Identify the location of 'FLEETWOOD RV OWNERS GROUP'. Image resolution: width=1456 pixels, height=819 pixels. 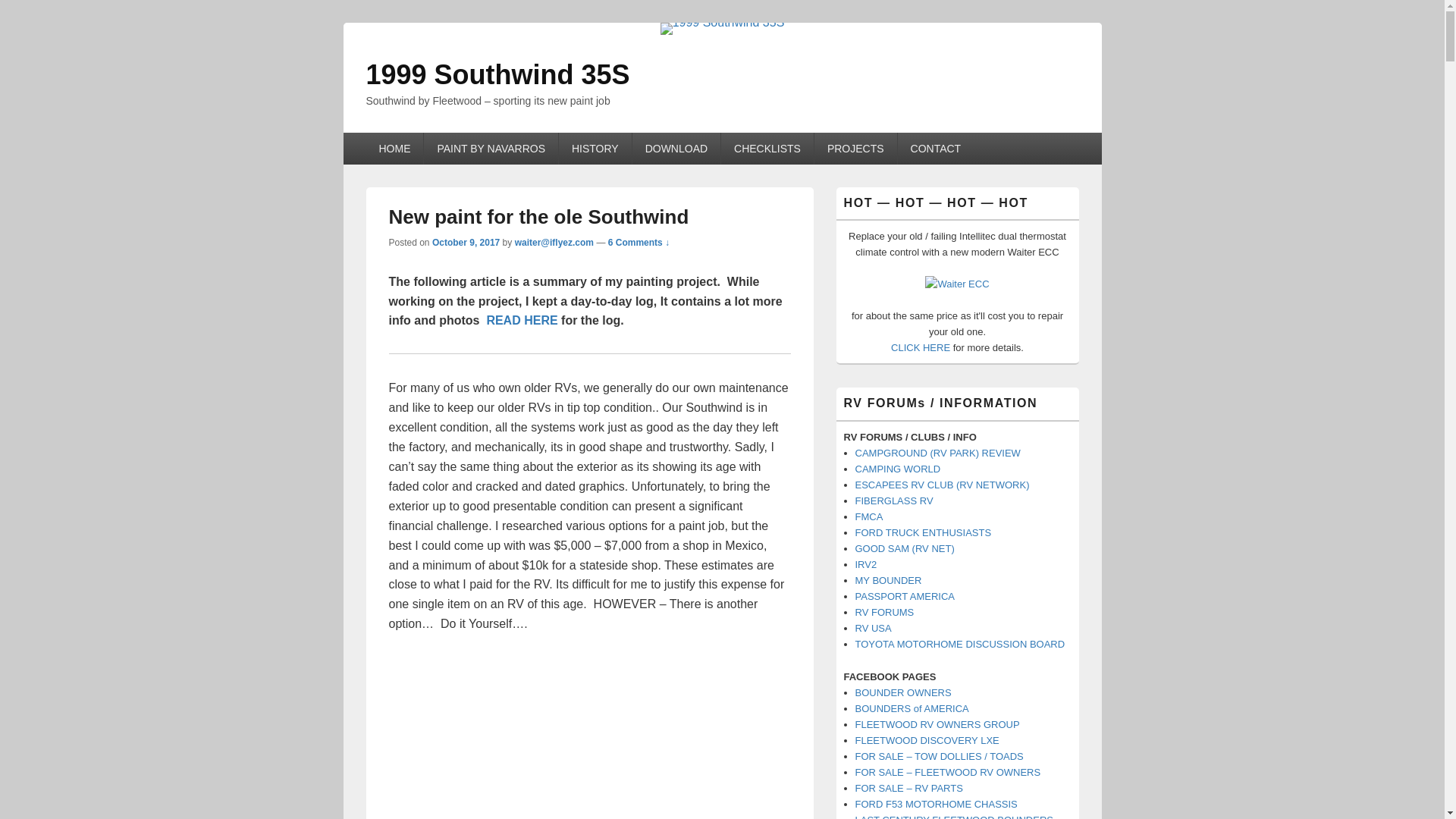
(937, 723).